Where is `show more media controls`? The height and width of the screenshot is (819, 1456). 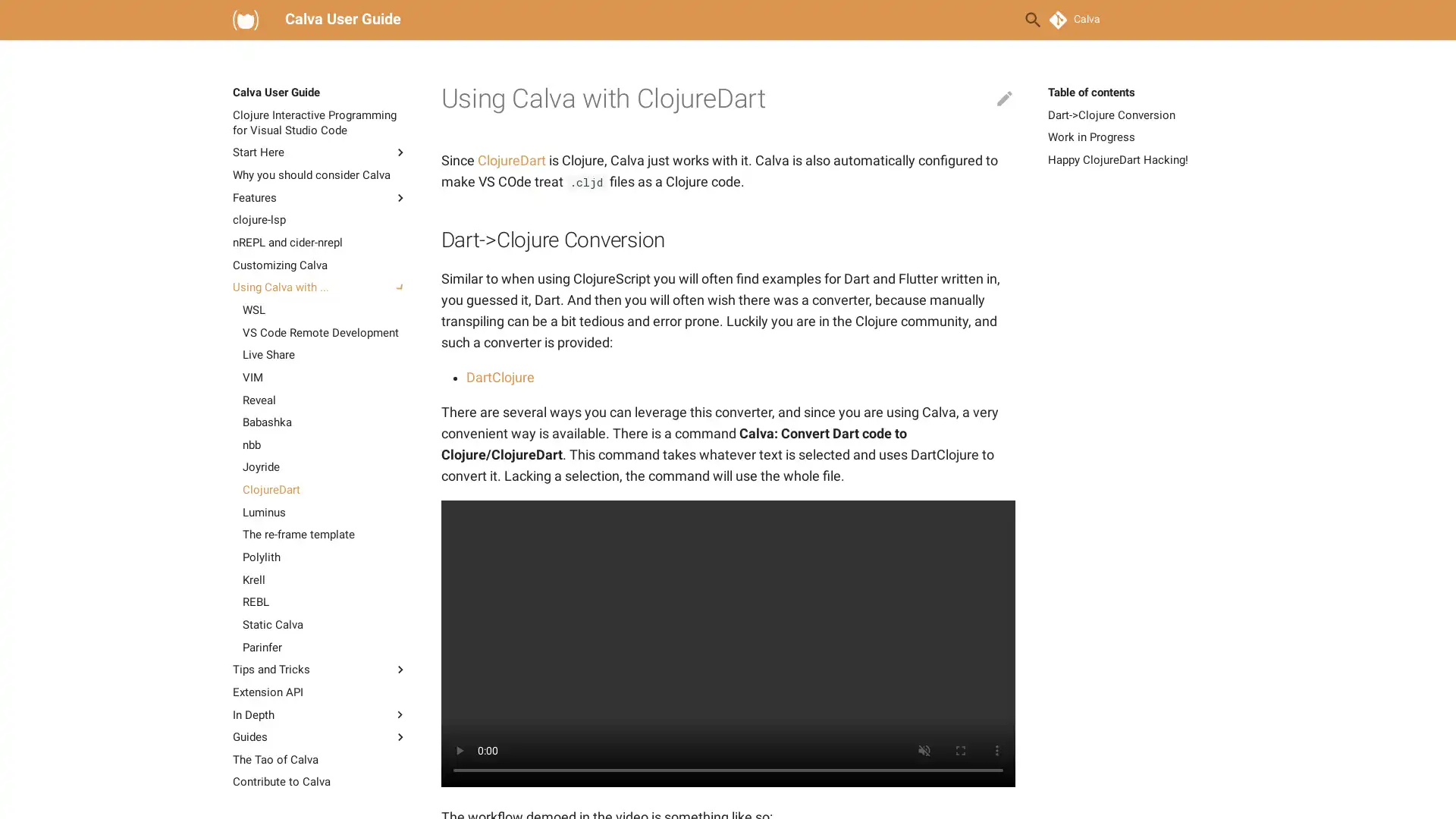
show more media controls is located at coordinates (996, 751).